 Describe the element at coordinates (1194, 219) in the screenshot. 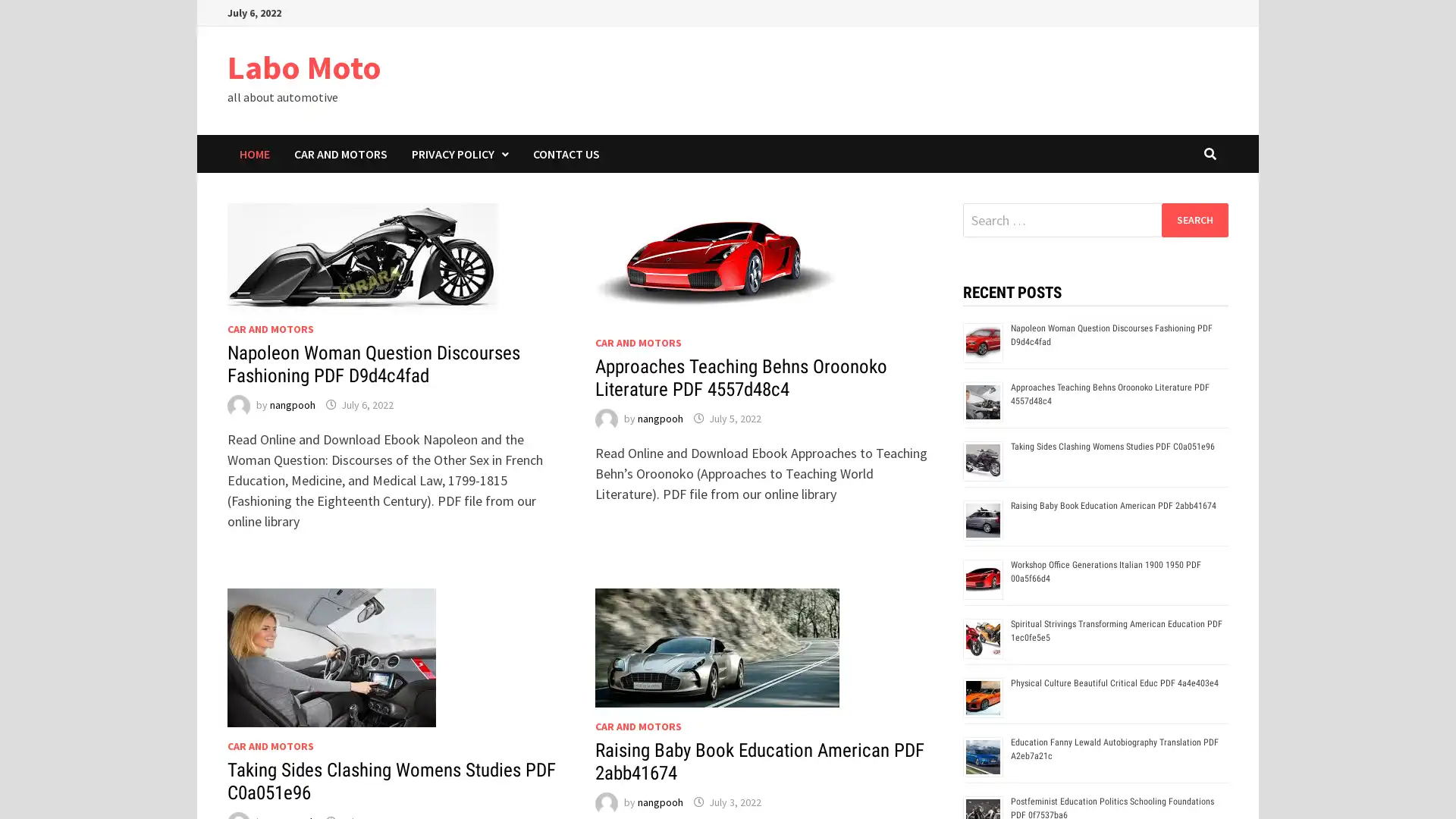

I see `Search` at that location.